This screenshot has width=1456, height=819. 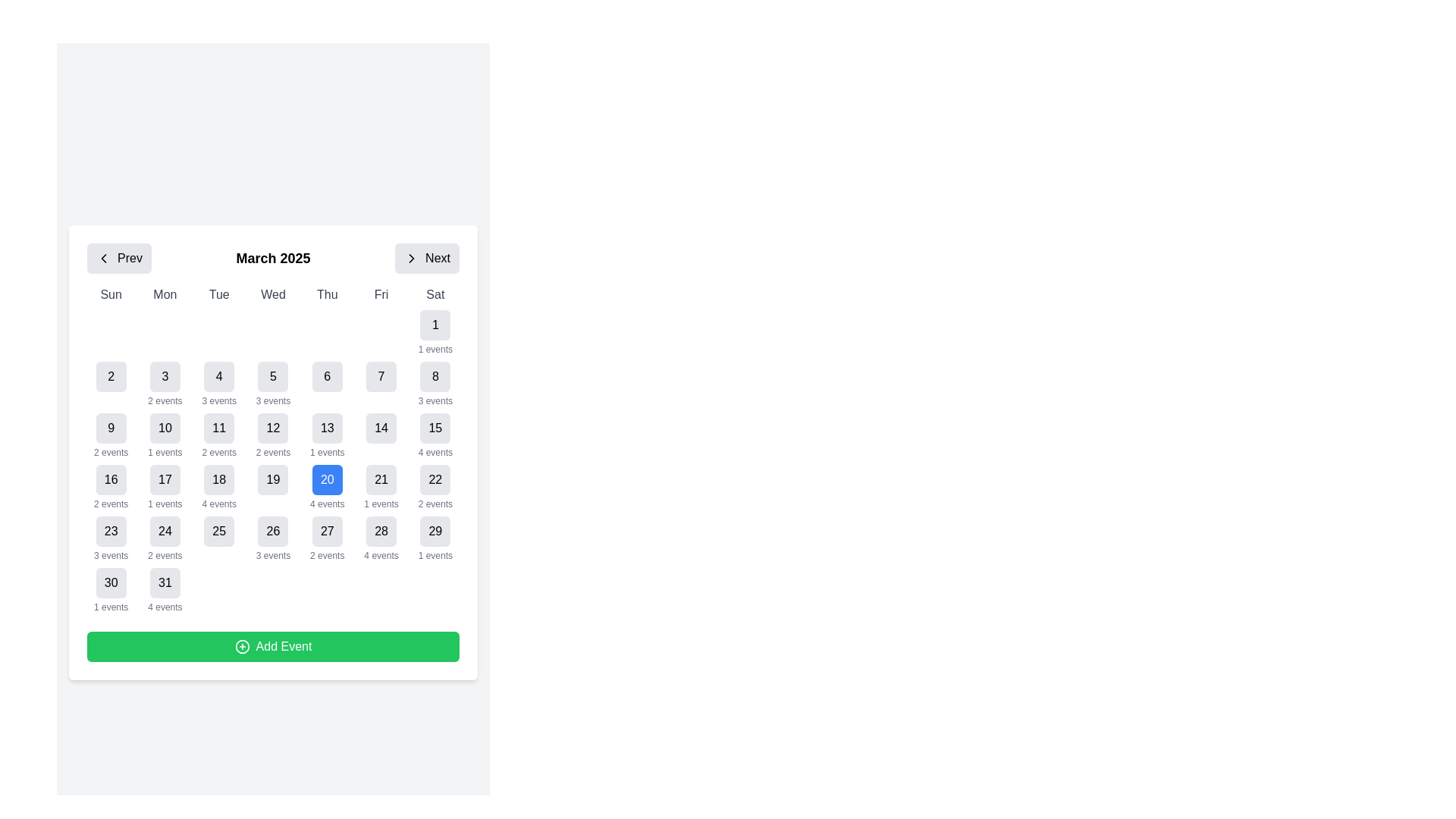 What do you see at coordinates (218, 452) in the screenshot?
I see `the text label displaying '2 events' in a small gray font, located below the date label '11' in the calendar interface` at bounding box center [218, 452].